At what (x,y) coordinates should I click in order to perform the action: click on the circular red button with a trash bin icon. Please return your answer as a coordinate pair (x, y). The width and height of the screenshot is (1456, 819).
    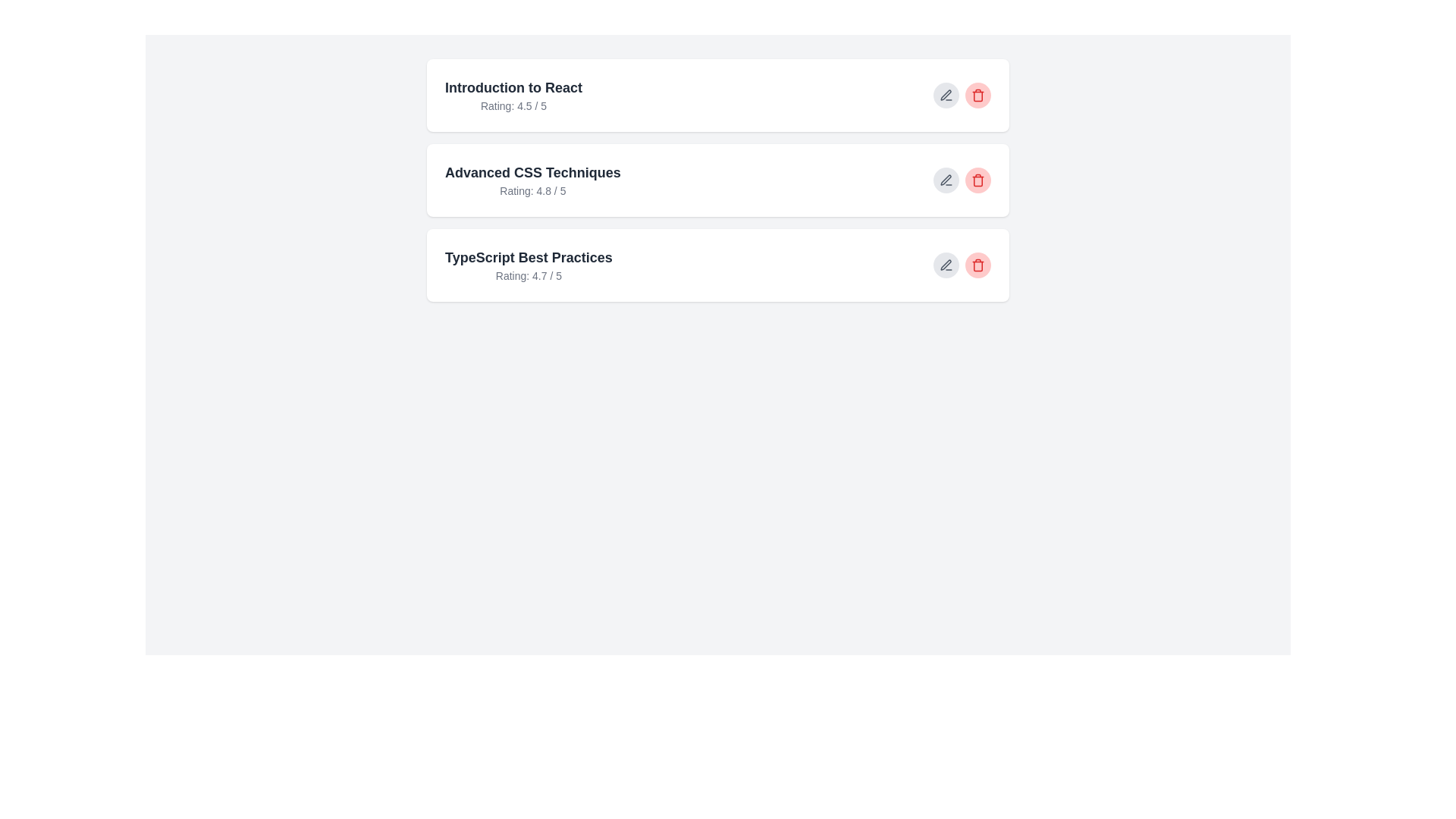
    Looking at the image, I should click on (978, 180).